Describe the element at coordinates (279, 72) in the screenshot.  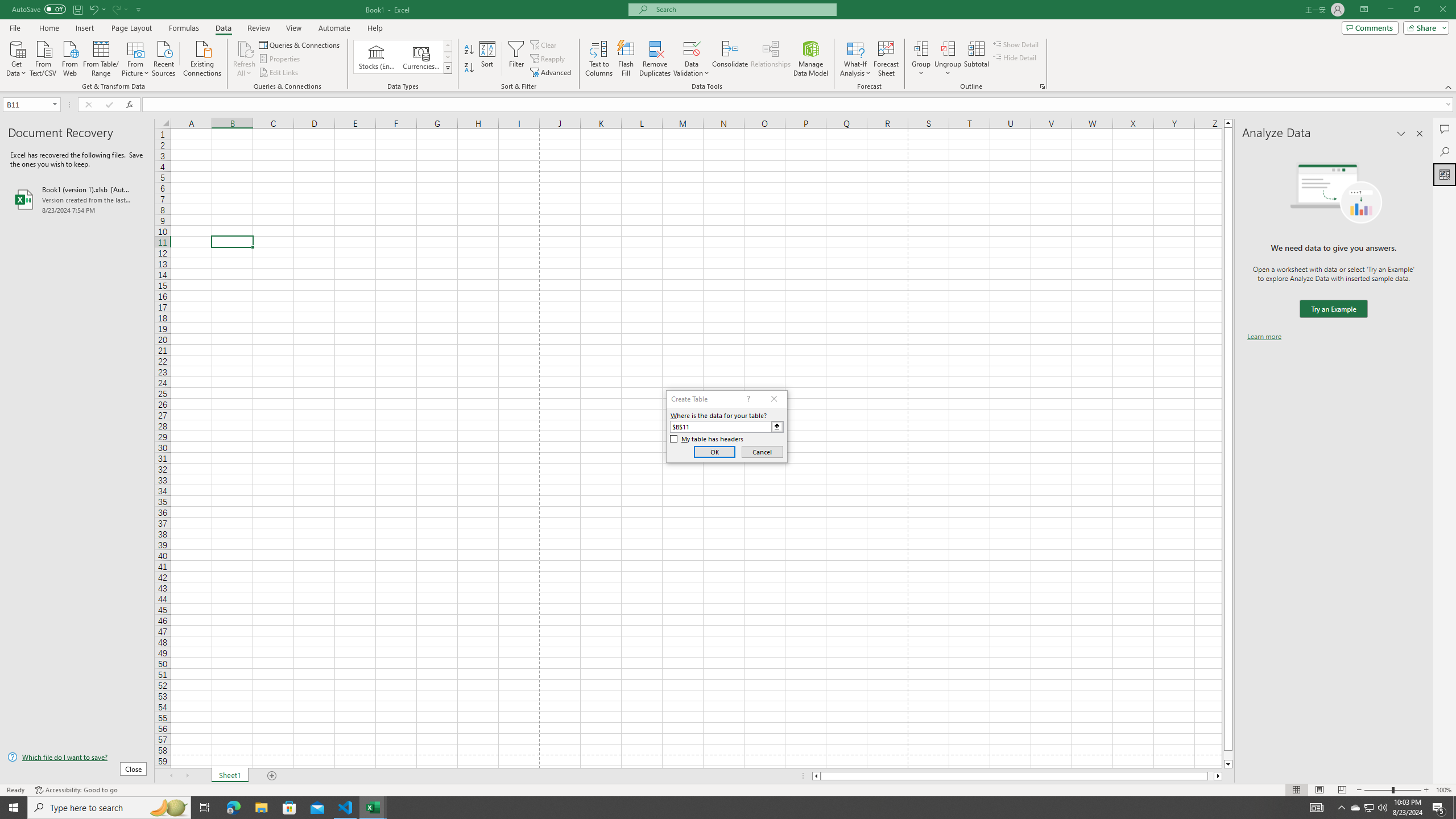
I see `'Edit Links'` at that location.